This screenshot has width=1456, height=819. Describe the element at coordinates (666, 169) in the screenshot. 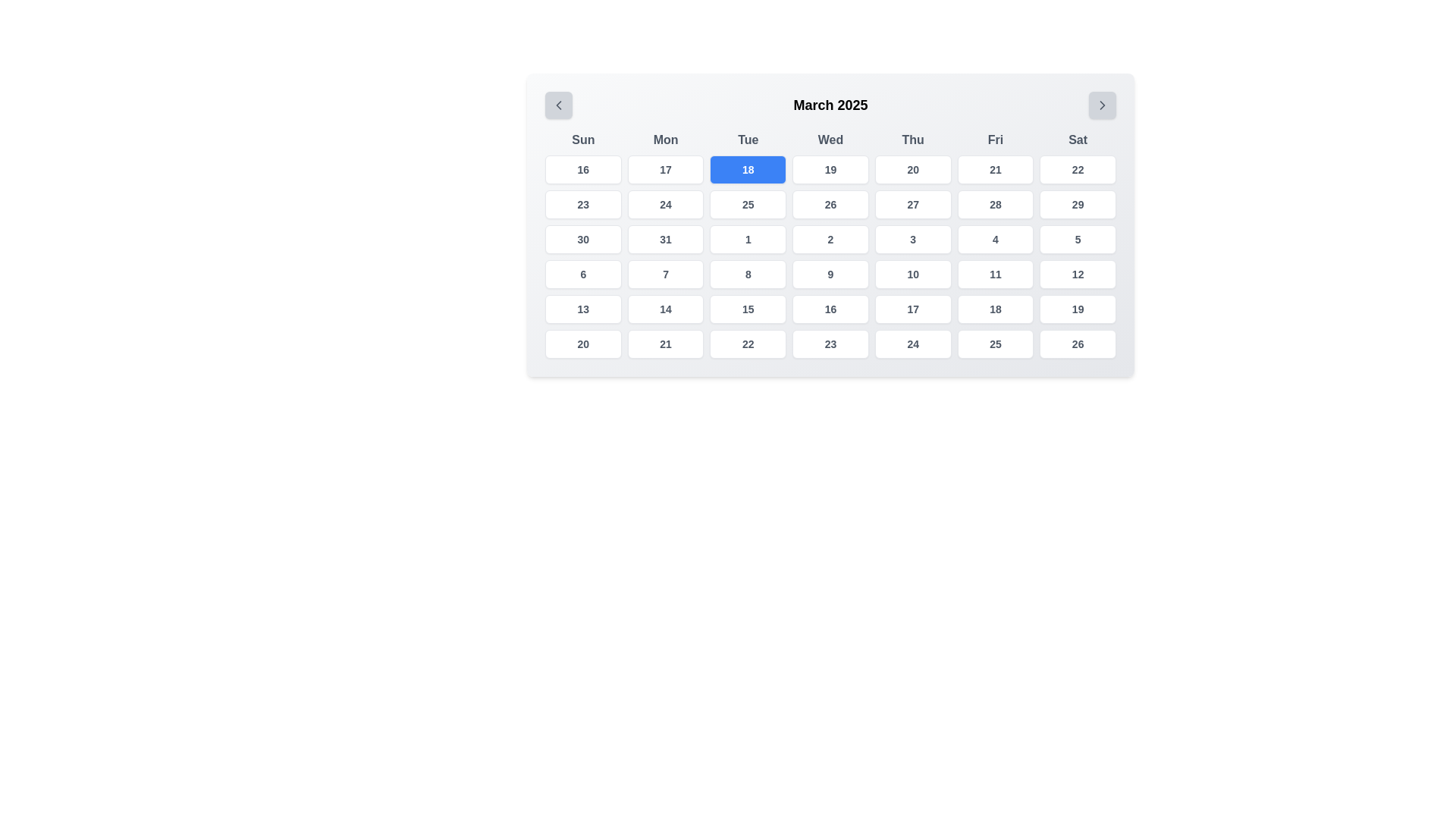

I see `the selectable day button for the 17th in the calendar interface, located in the second column under 'Mon'` at that location.